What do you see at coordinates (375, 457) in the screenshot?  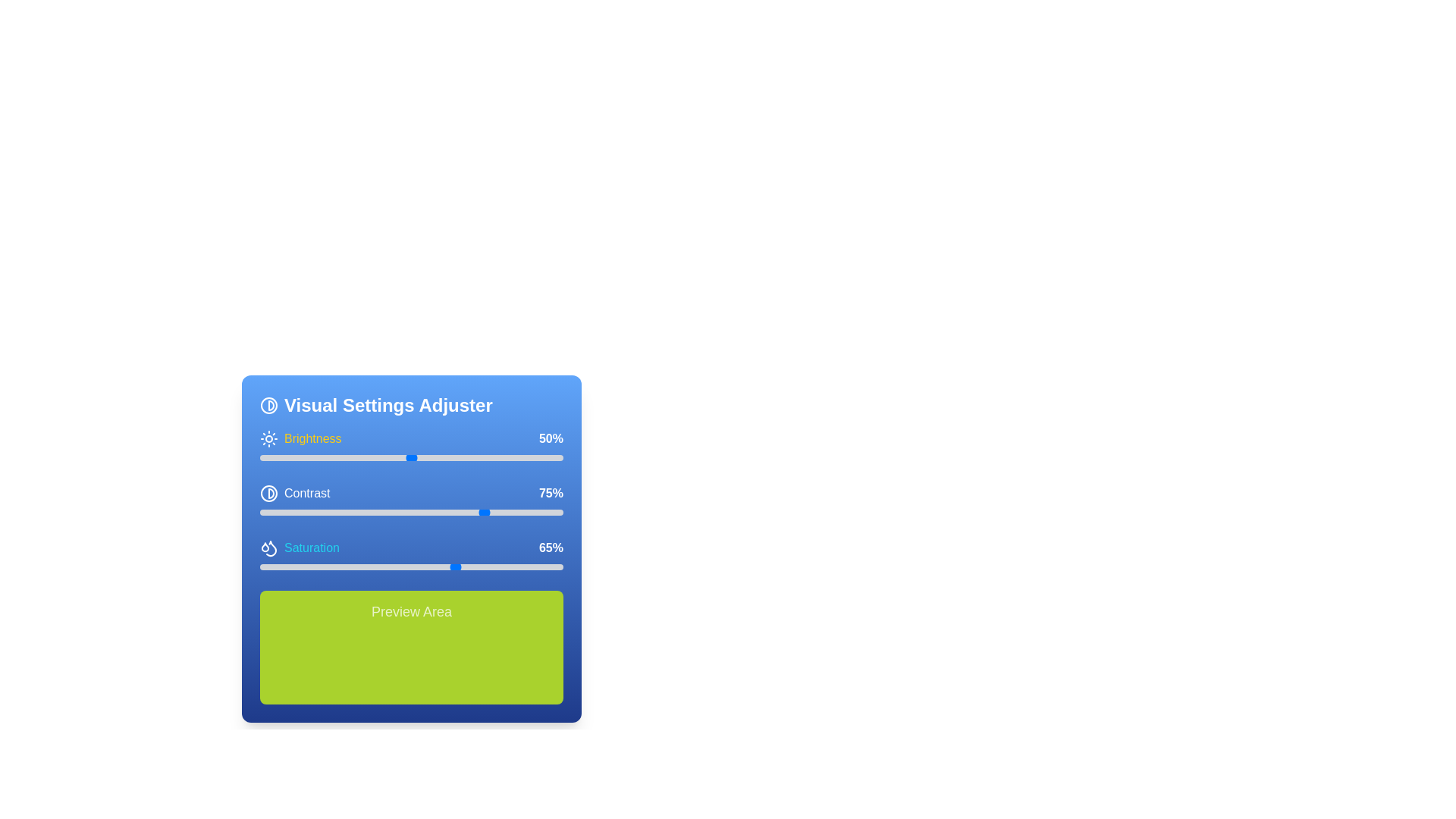 I see `the brightness level` at bounding box center [375, 457].